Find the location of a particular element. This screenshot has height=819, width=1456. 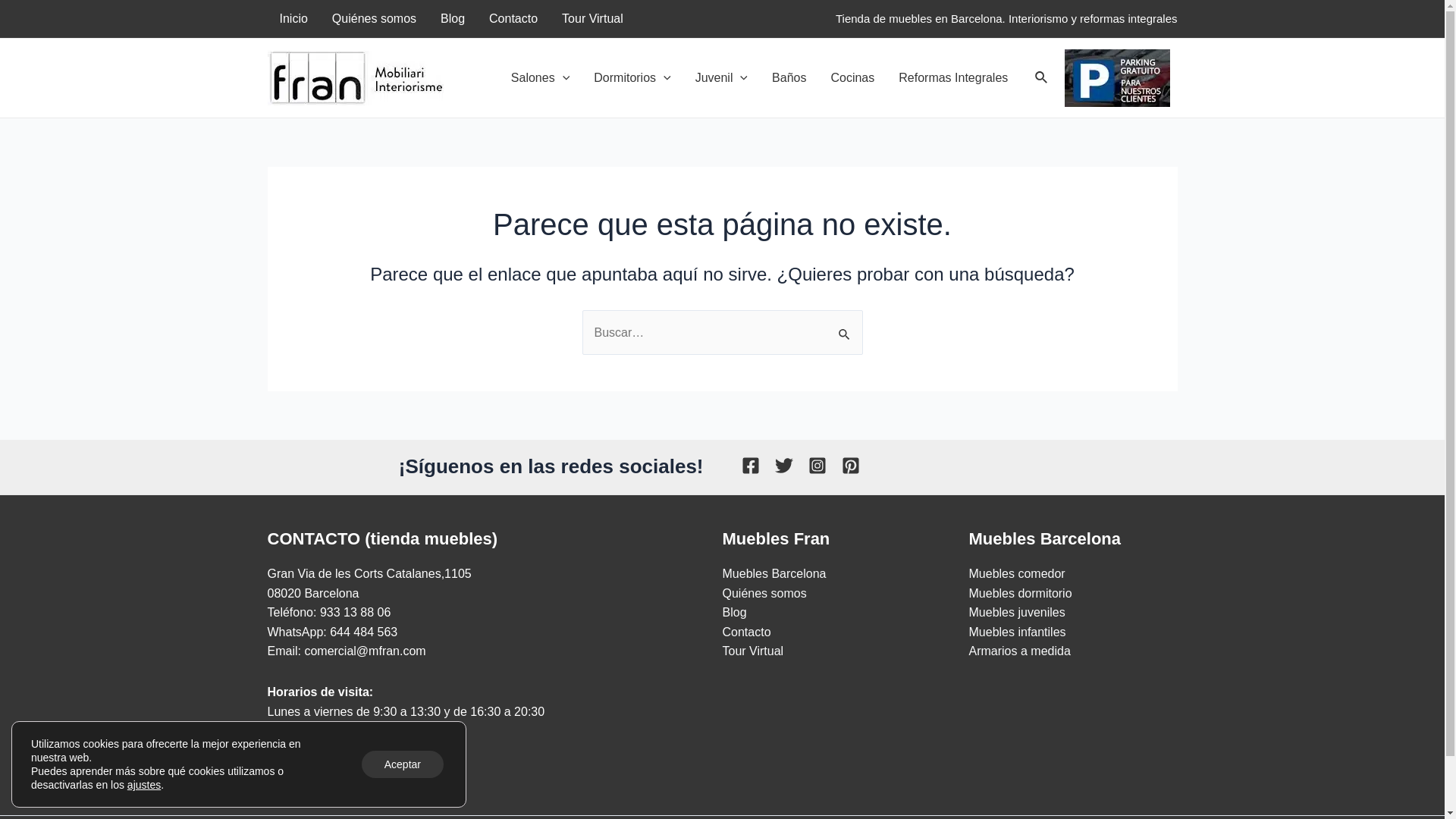

'Muebles juveniles' is located at coordinates (1017, 611).